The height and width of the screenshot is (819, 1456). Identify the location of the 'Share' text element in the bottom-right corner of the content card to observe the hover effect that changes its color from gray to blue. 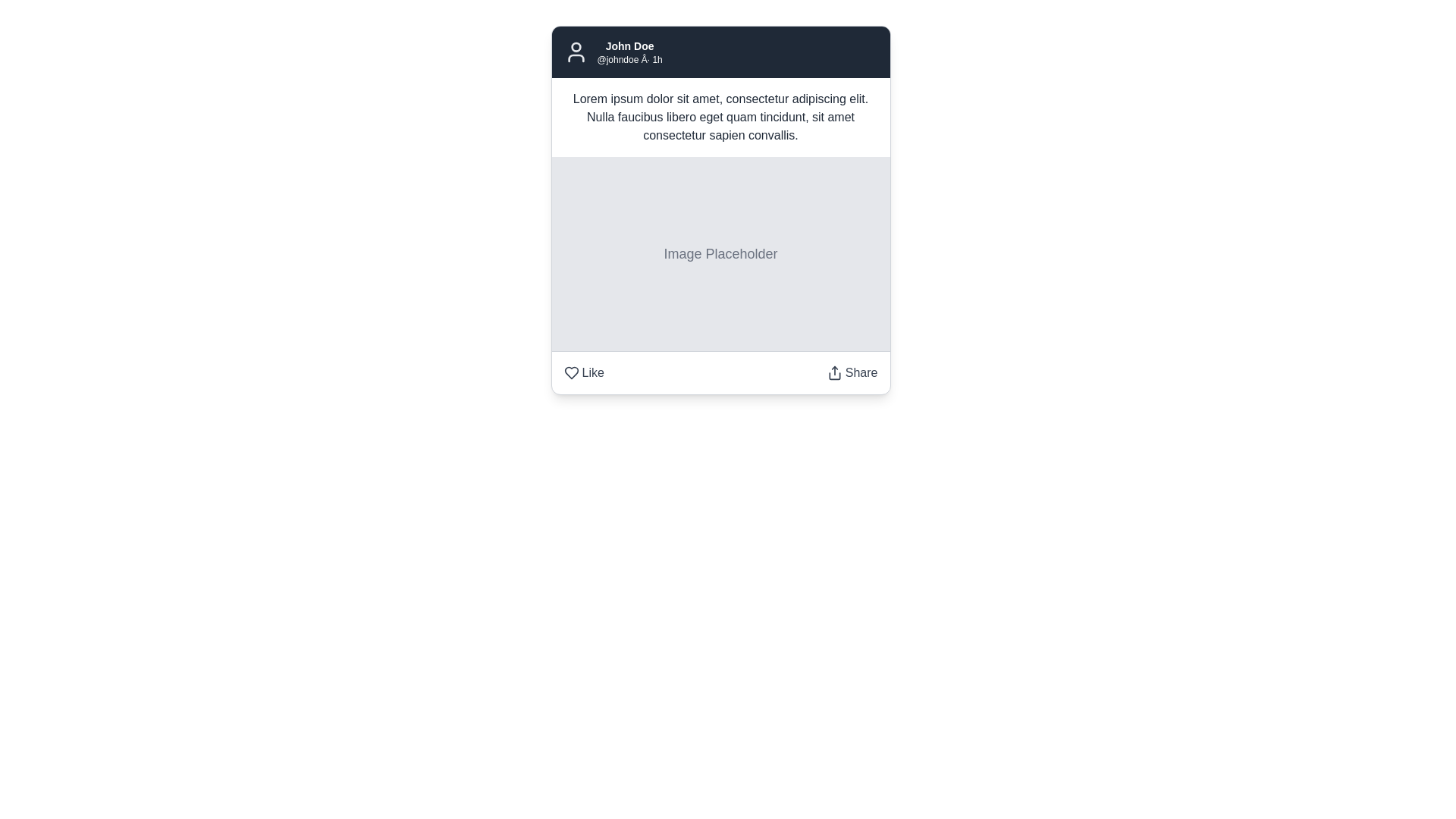
(861, 373).